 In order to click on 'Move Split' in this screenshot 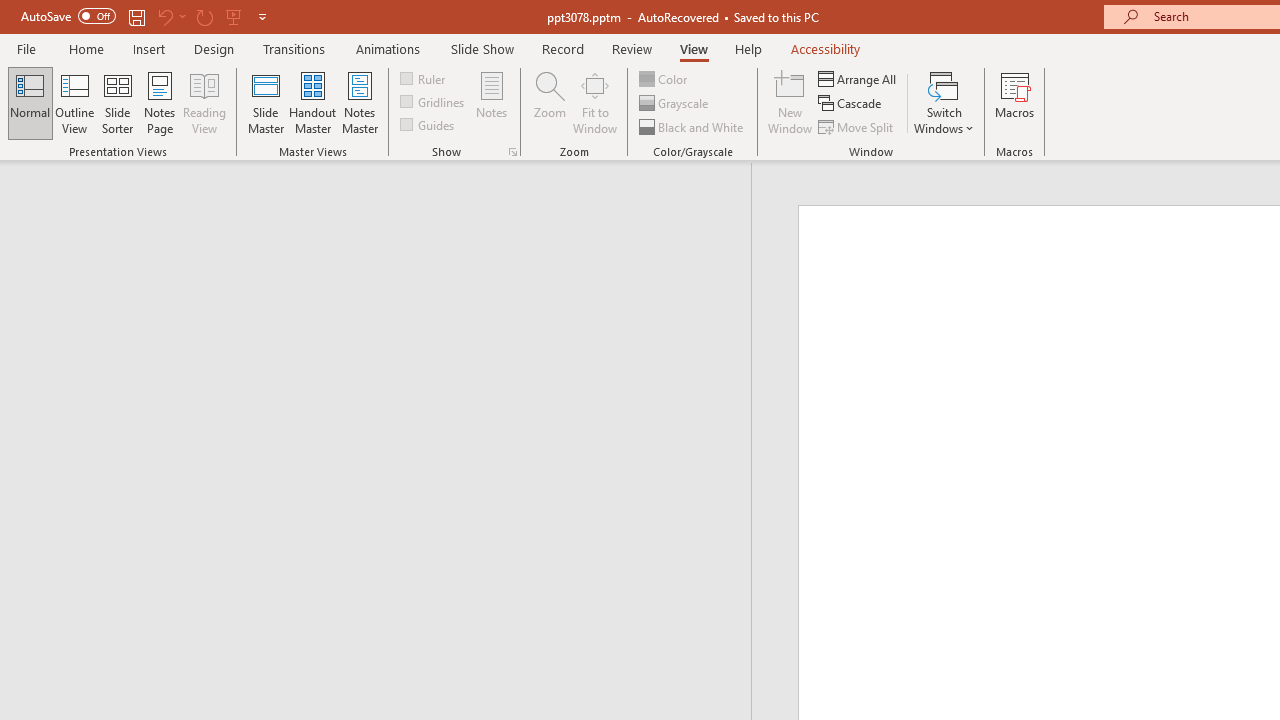, I will do `click(857, 127)`.